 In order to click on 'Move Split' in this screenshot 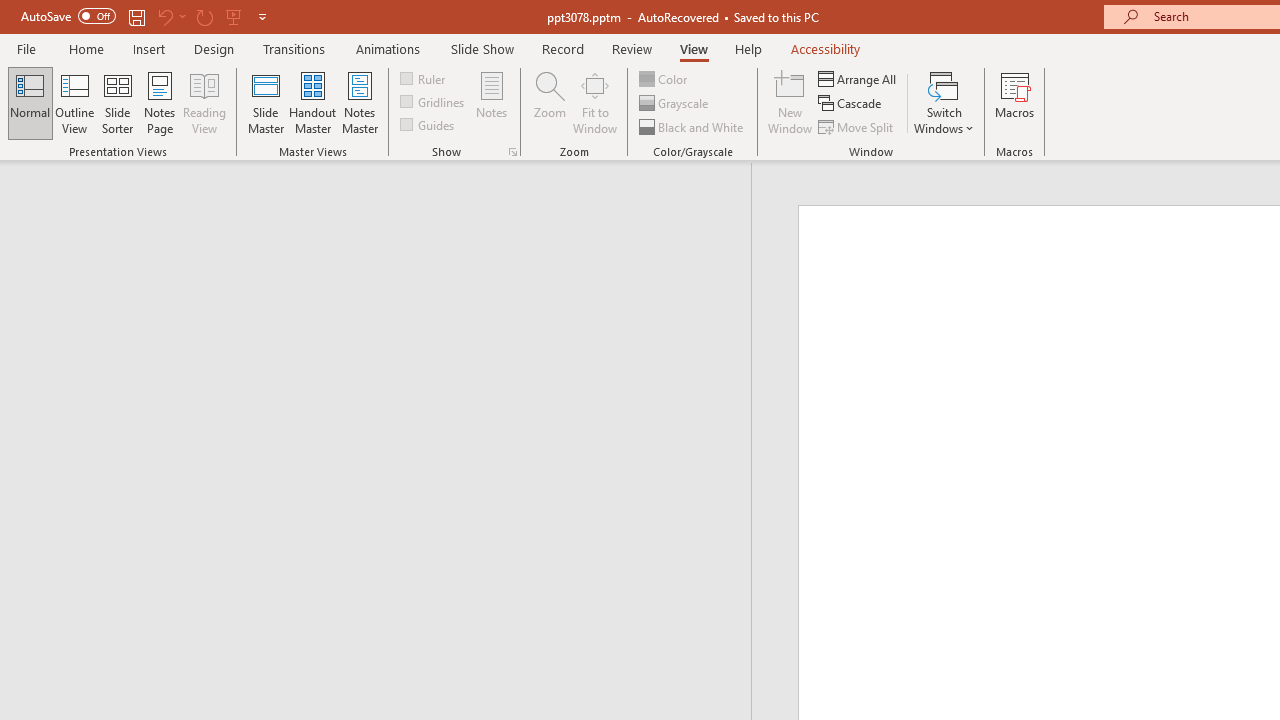, I will do `click(857, 127)`.